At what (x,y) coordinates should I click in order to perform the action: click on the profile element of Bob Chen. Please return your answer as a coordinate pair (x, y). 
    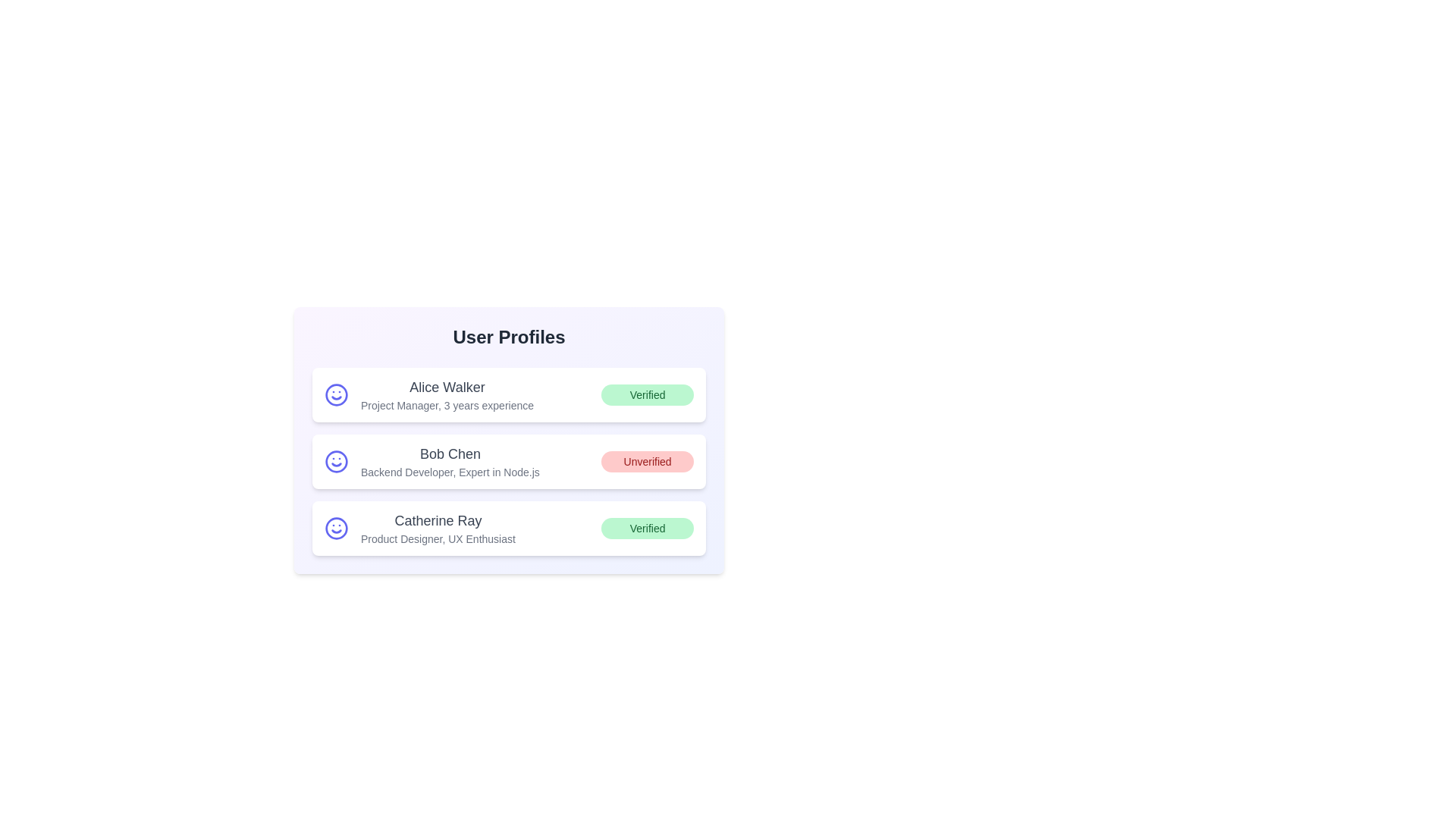
    Looking at the image, I should click on (509, 461).